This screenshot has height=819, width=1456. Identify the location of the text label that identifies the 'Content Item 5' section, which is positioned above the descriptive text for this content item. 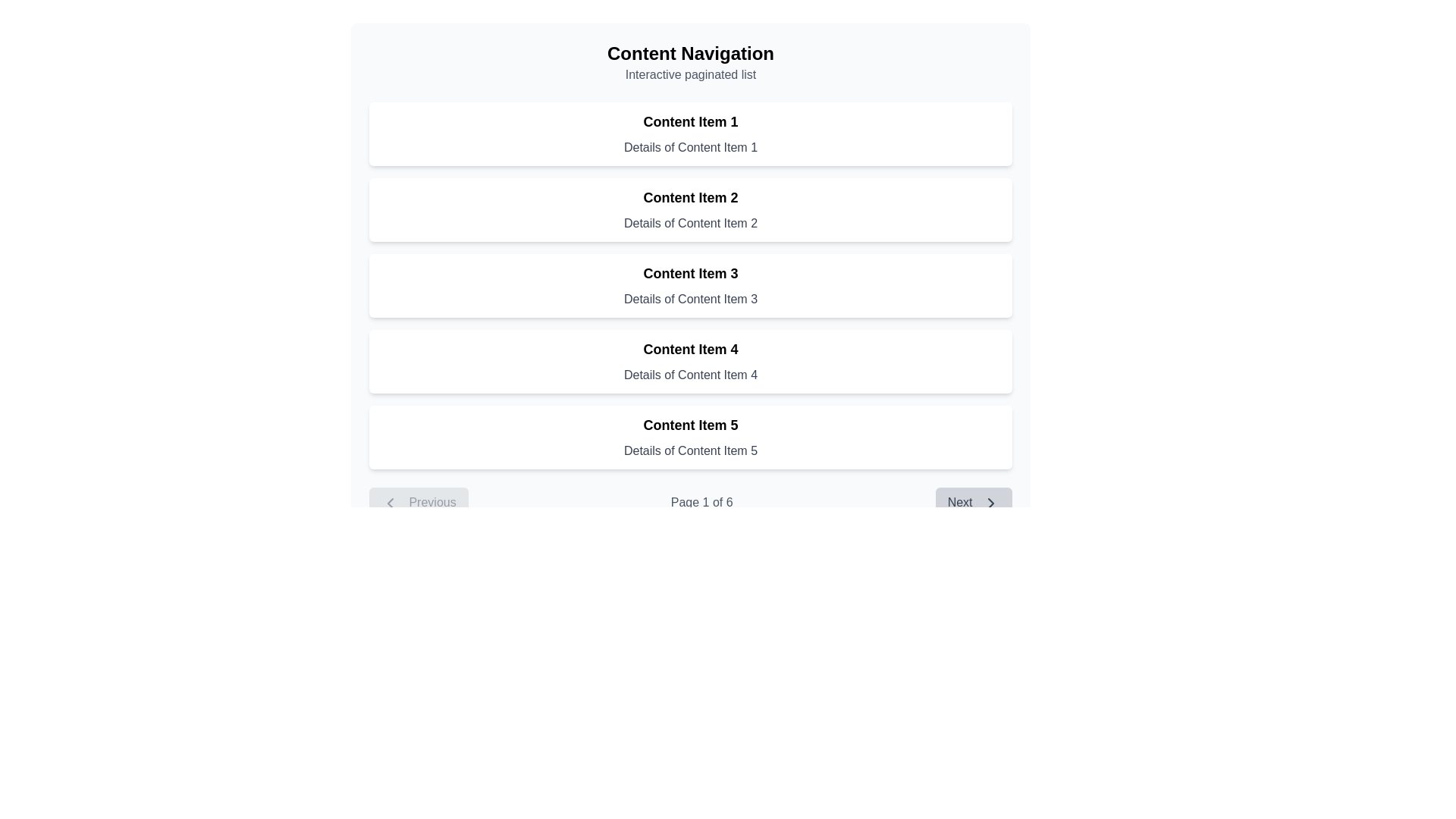
(690, 425).